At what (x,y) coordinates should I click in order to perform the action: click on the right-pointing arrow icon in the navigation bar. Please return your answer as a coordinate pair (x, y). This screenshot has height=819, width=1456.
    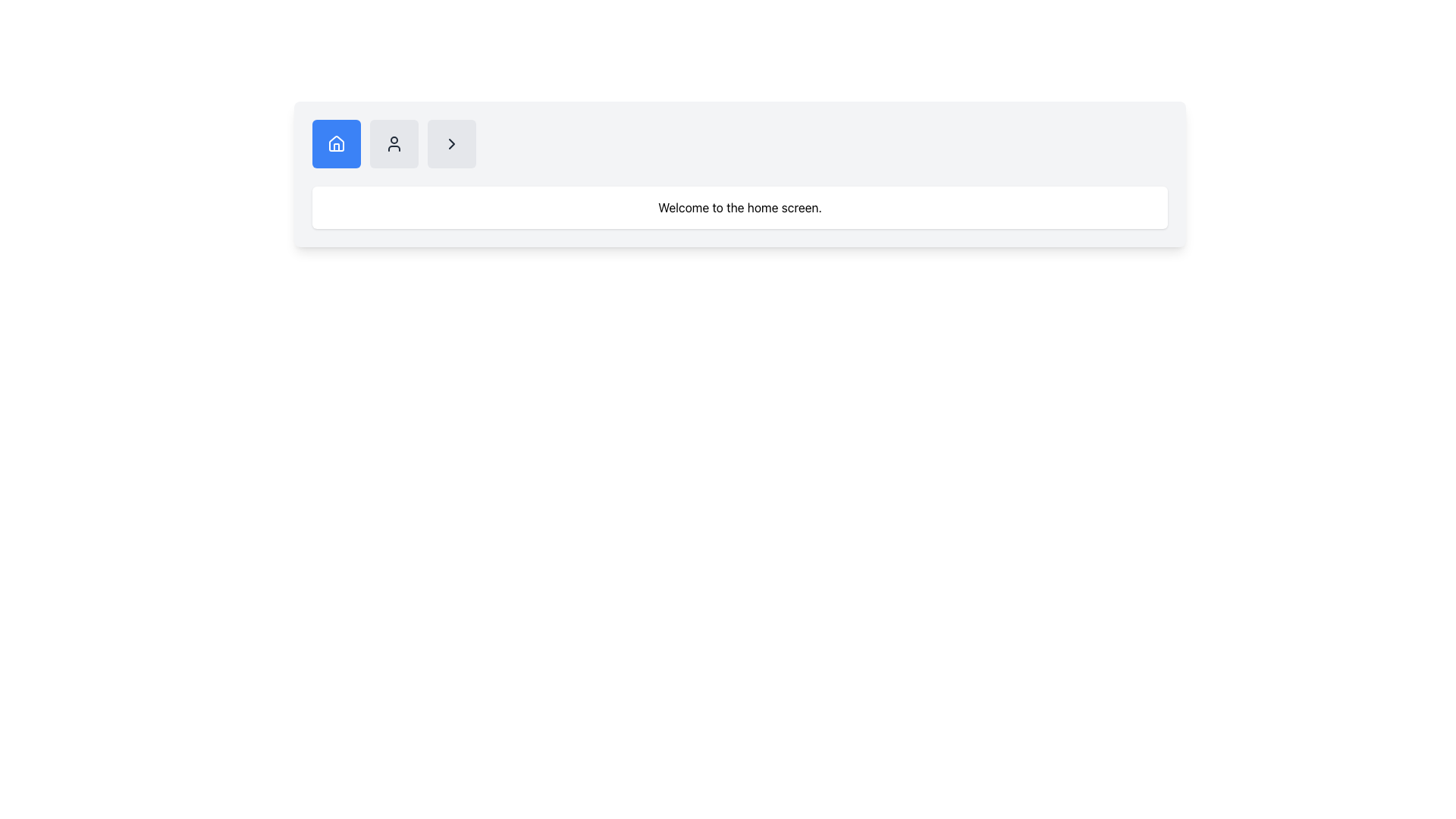
    Looking at the image, I should click on (450, 143).